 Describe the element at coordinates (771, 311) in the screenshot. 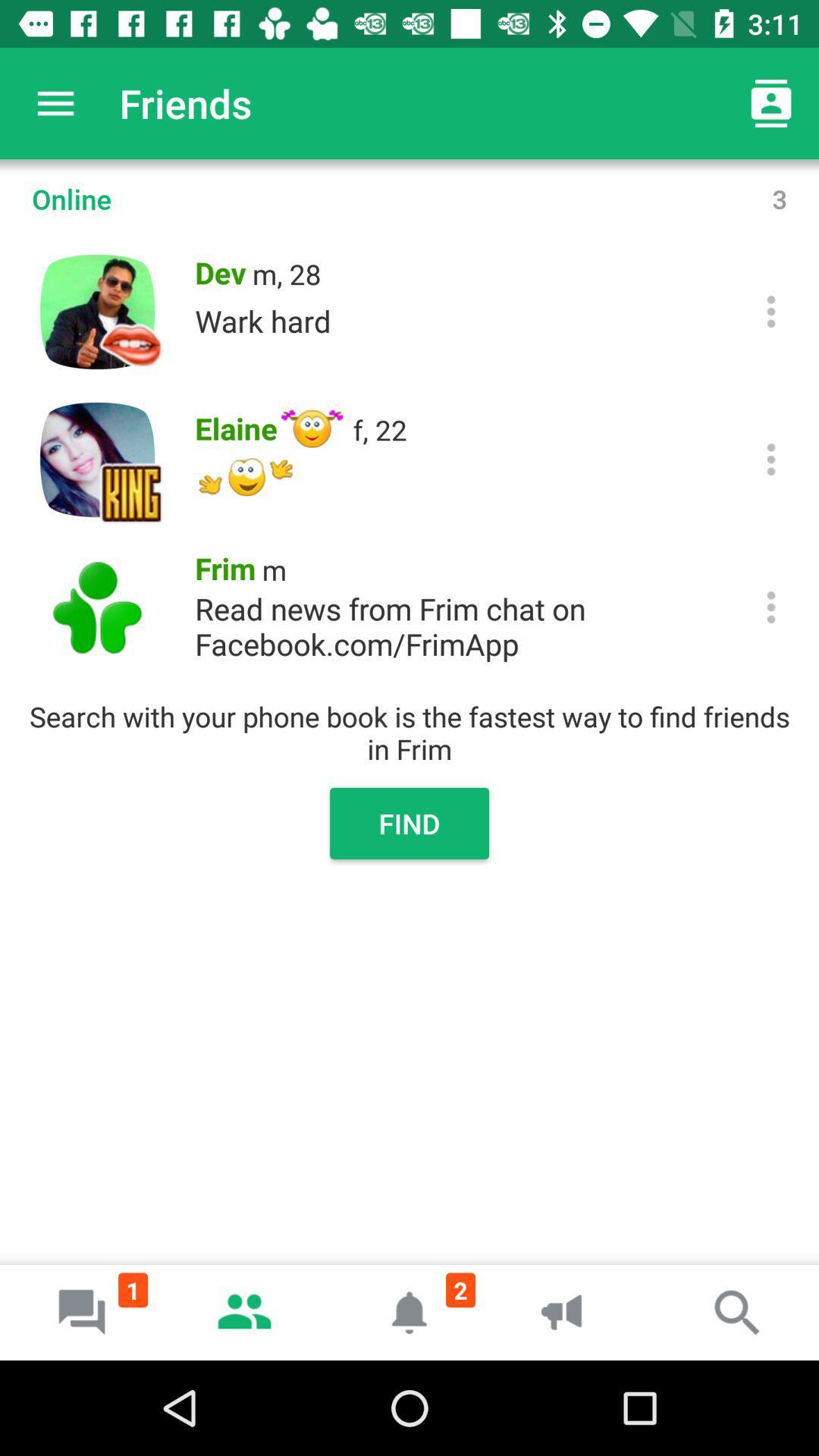

I see `open up options` at that location.